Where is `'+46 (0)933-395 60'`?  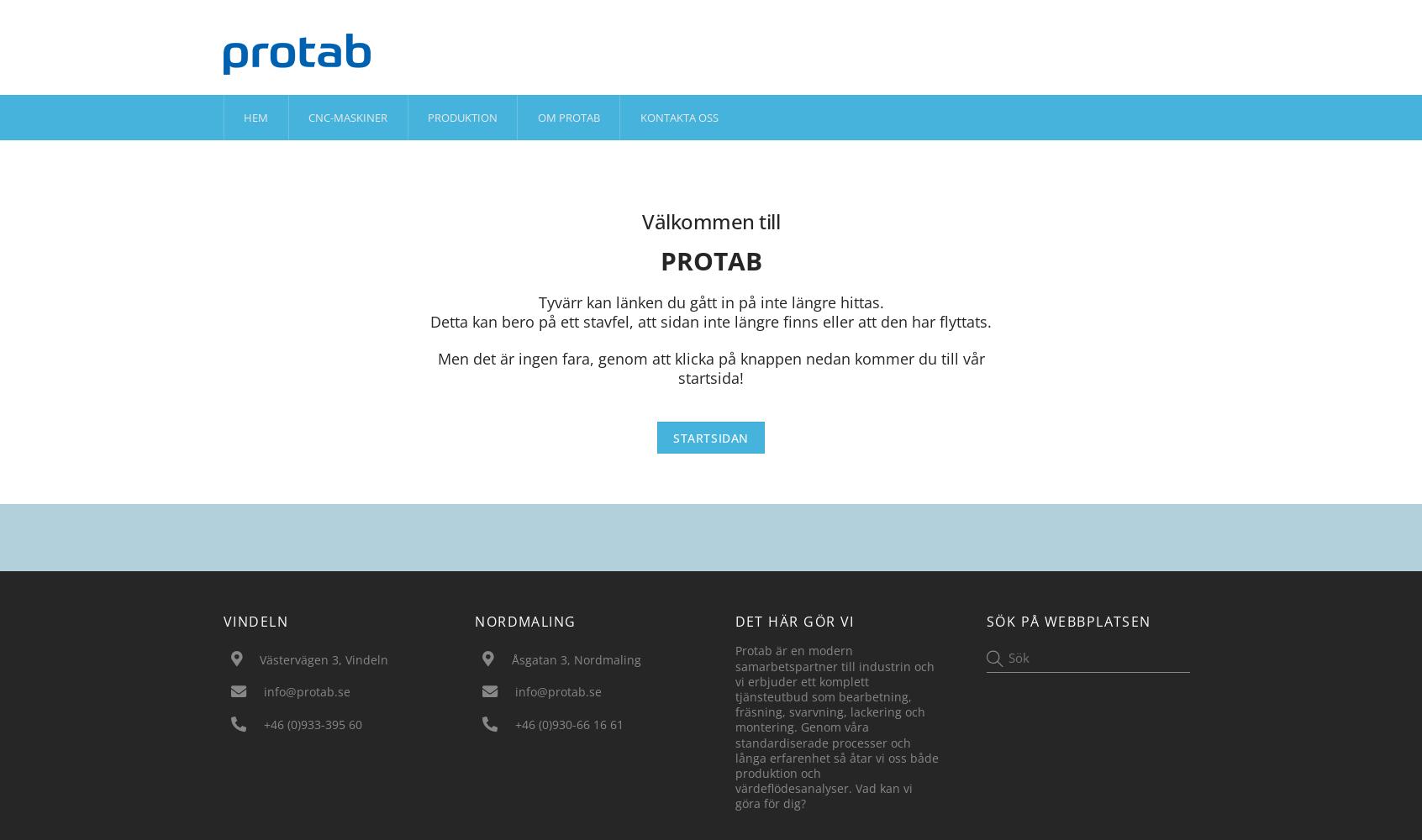 '+46 (0)933-395 60' is located at coordinates (312, 722).